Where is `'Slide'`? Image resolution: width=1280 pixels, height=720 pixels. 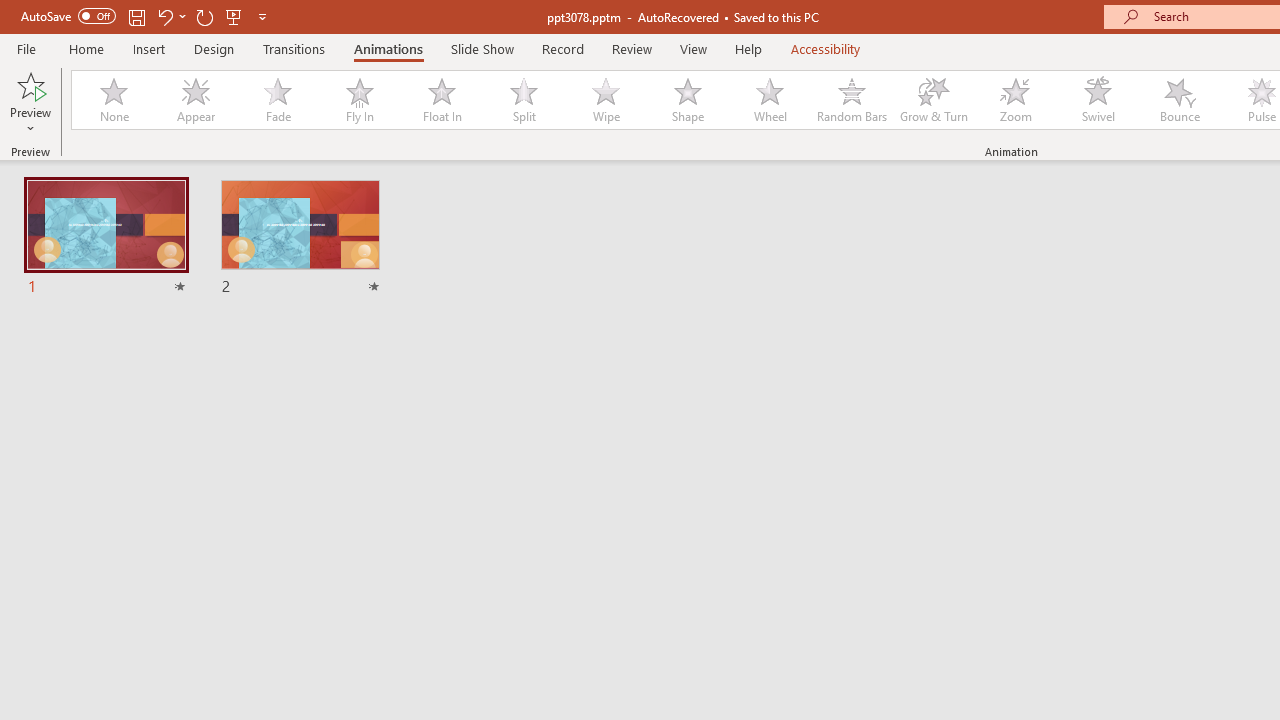 'Slide' is located at coordinates (299, 237).